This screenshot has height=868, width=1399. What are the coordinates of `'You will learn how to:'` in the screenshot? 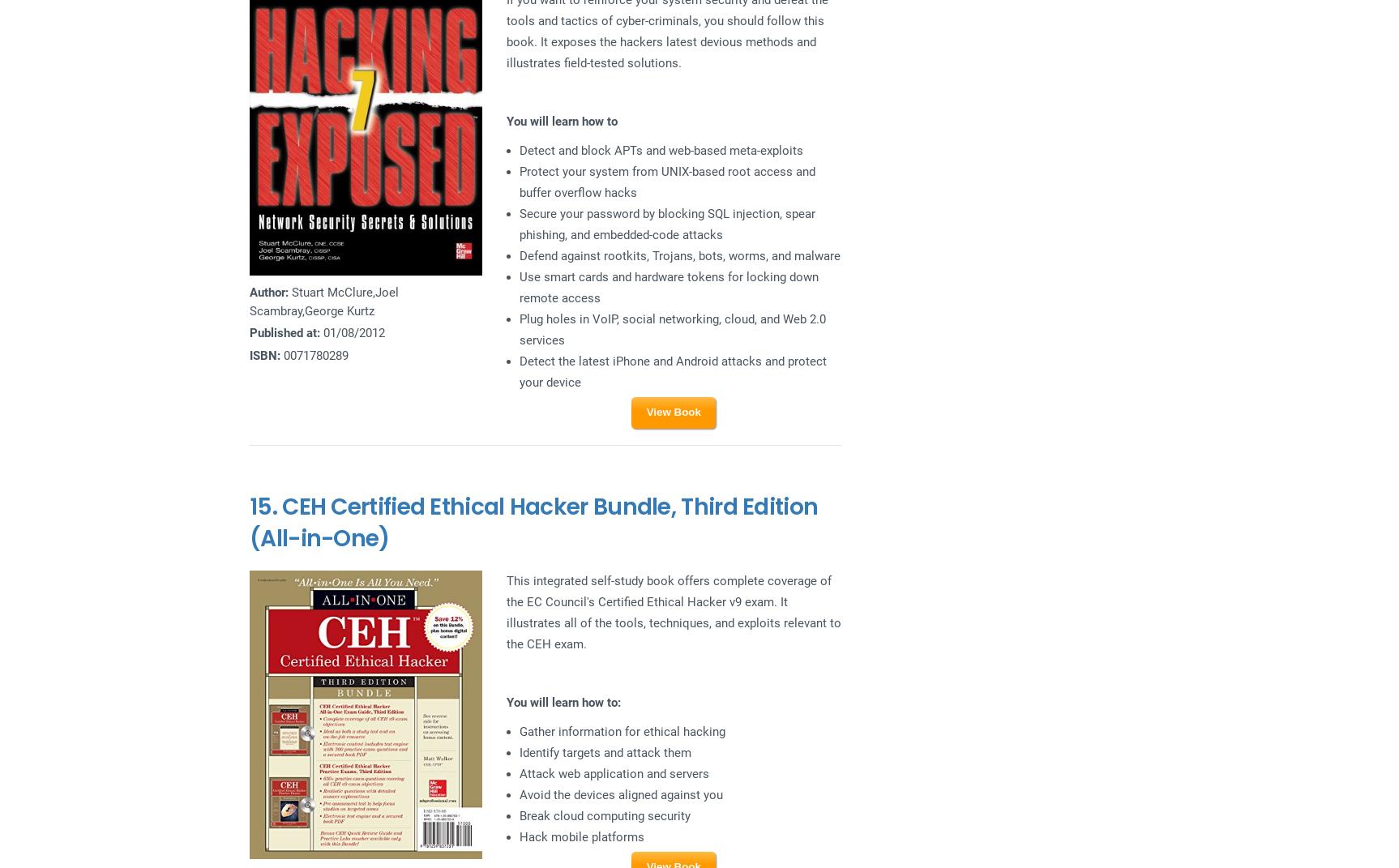 It's located at (504, 702).